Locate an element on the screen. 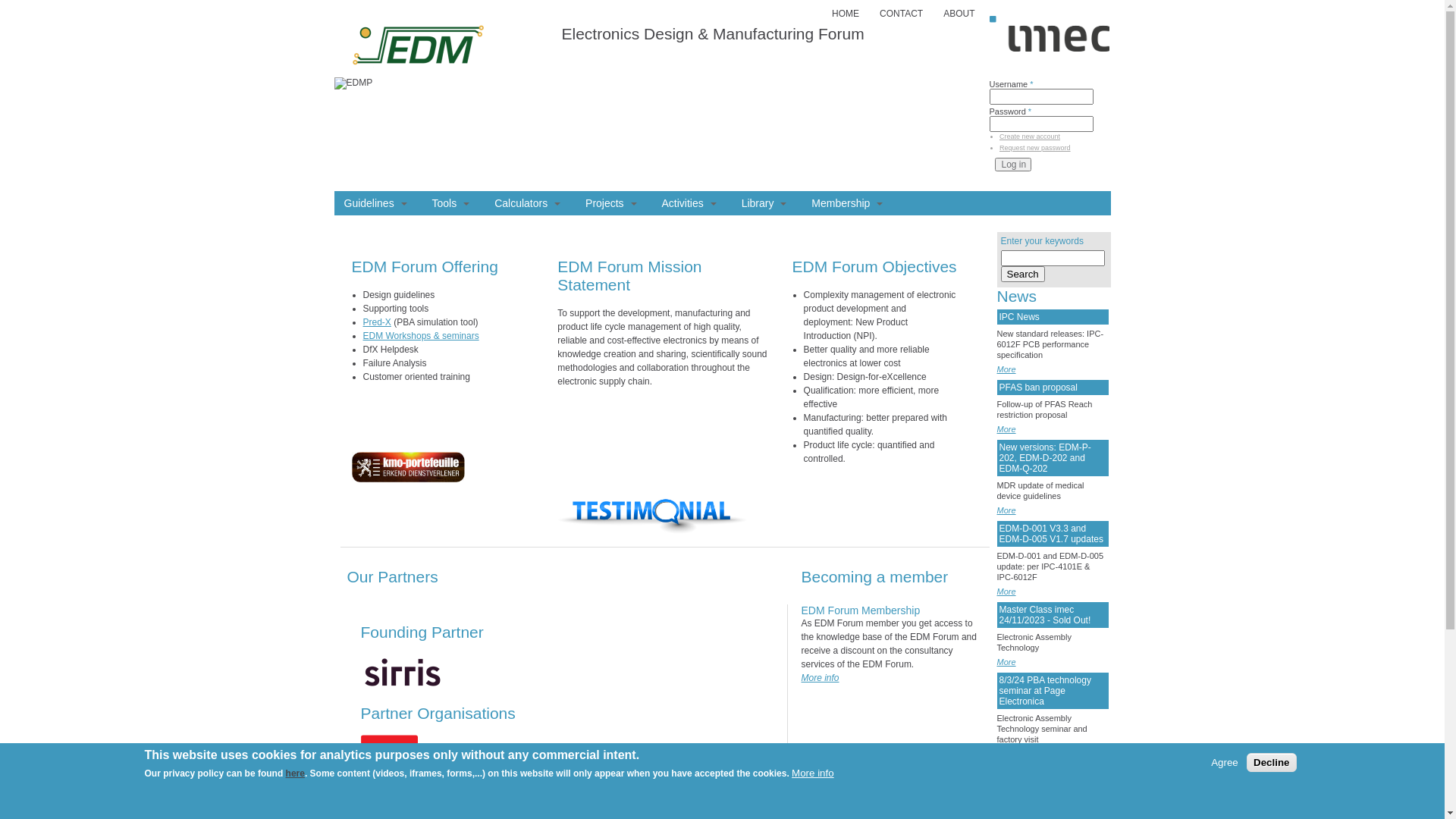 The height and width of the screenshot is (819, 1456). 'Tools' is located at coordinates (450, 202).